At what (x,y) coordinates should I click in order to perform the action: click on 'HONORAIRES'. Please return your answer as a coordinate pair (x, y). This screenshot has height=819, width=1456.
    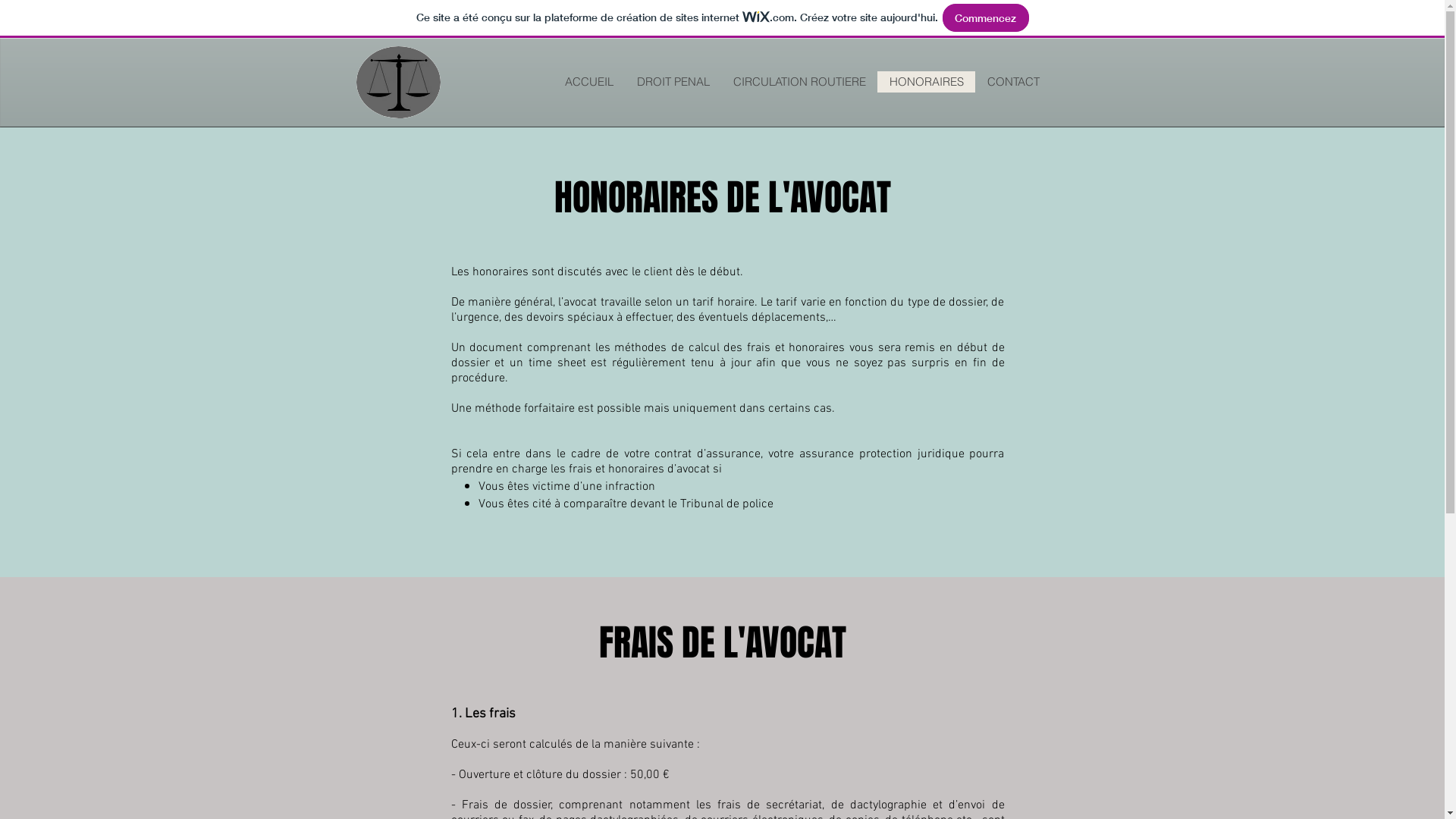
    Looking at the image, I should click on (924, 82).